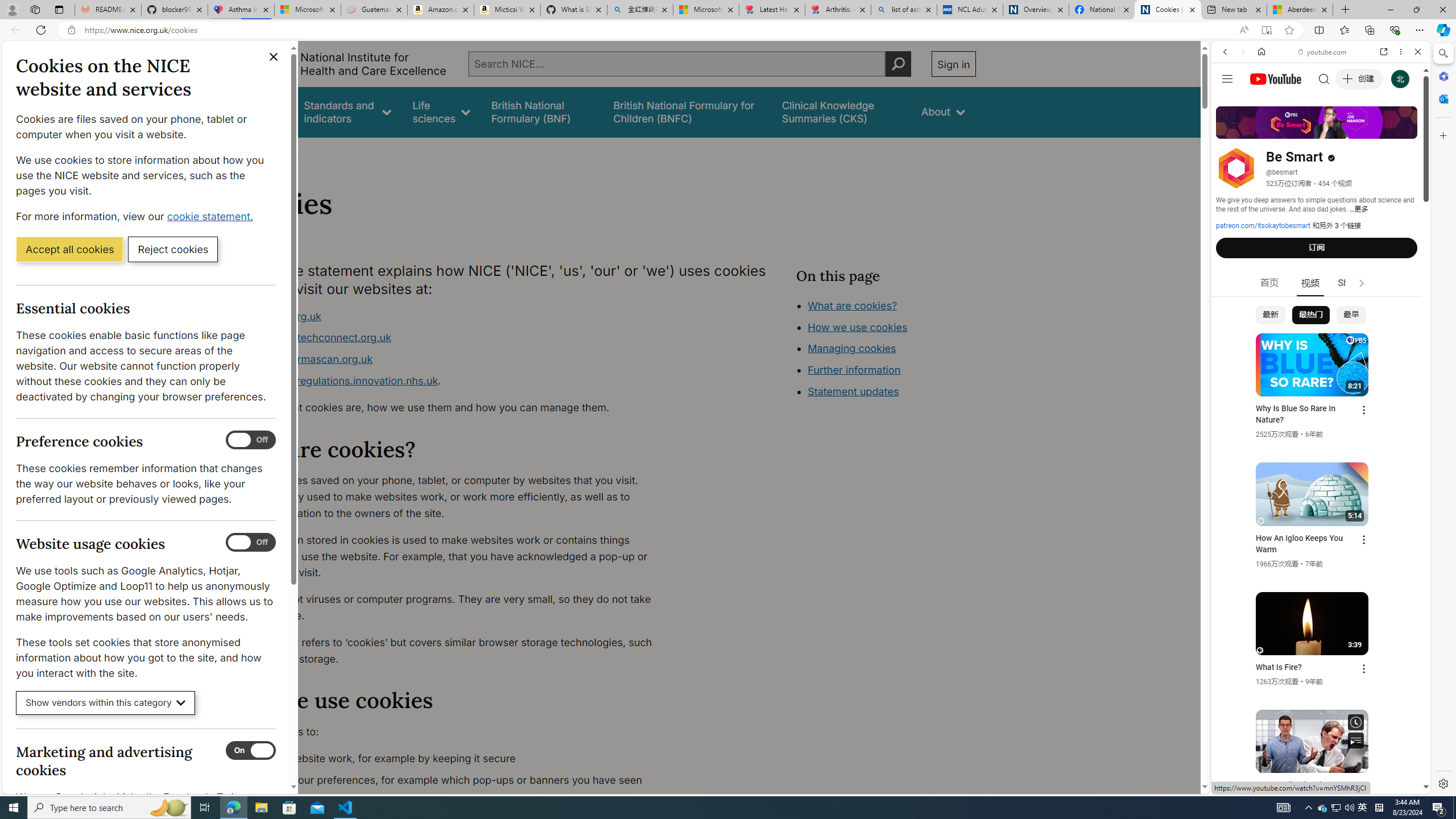 The height and width of the screenshot is (819, 1456). Describe the element at coordinates (452, 758) in the screenshot. I see `'make our website work, for example by keeping it secure'` at that location.